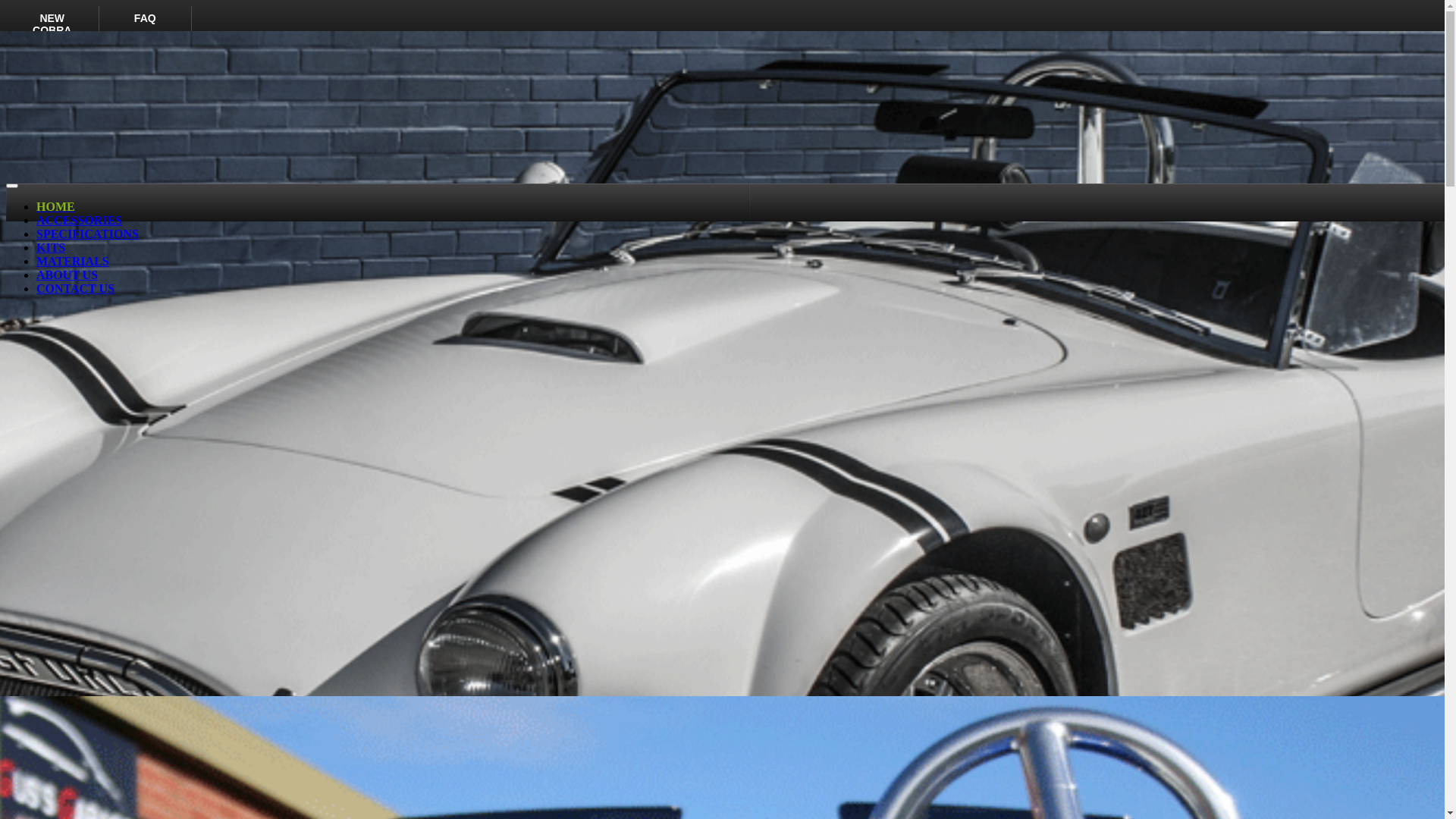 The width and height of the screenshot is (1456, 819). I want to click on 'NEW COBRA', so click(52, 26).